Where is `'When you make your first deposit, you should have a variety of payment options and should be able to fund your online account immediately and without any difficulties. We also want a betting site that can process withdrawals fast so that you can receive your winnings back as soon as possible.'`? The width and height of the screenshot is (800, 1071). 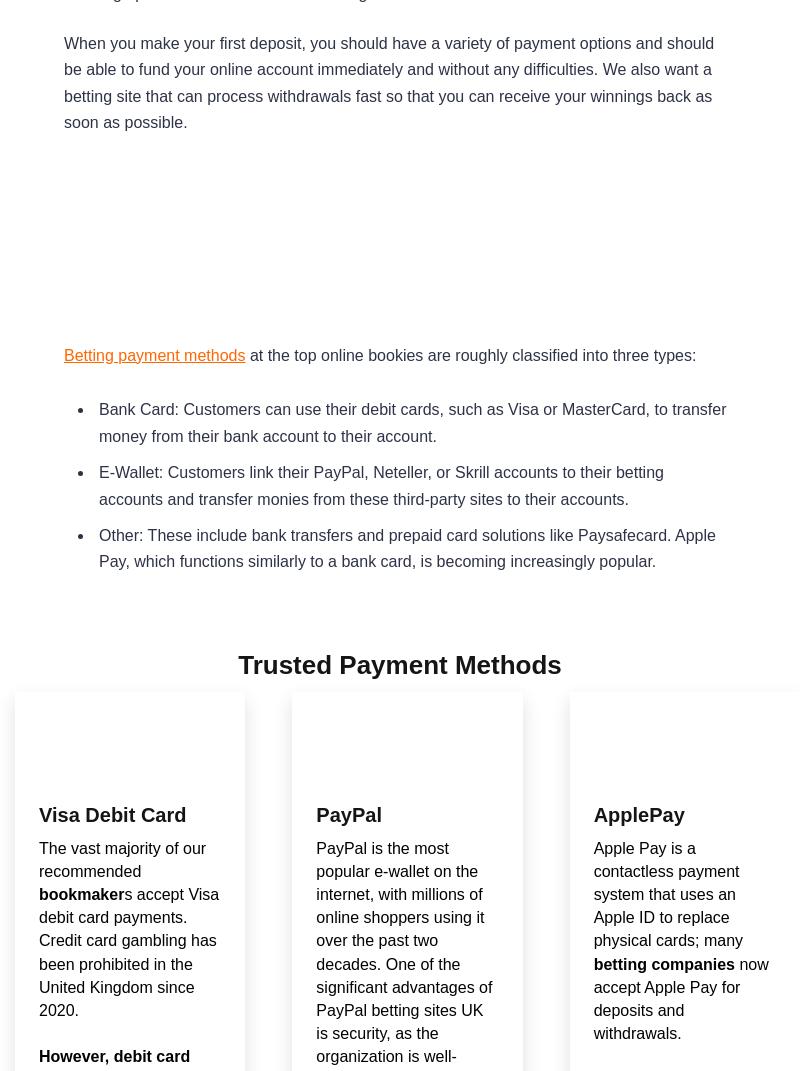
'When you make your first deposit, you should have a variety of payment options and should be able to fund your online account immediately and without any difficulties. We also want a betting site that can process withdrawals fast so that you can receive your winnings back as soon as possible.' is located at coordinates (387, 82).